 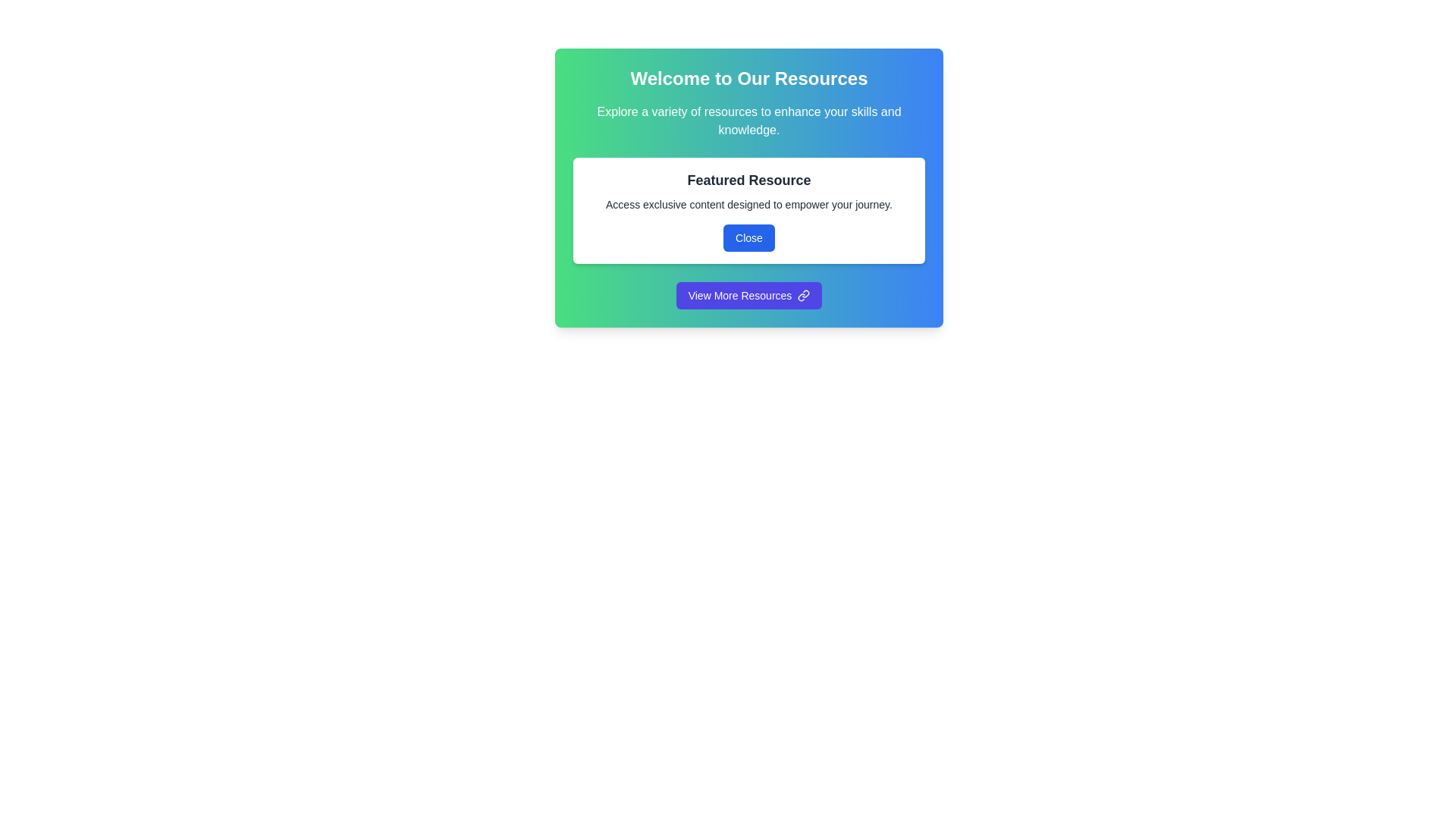 I want to click on the introductory Text Label that provides a summary guiding users, so click(x=749, y=120).